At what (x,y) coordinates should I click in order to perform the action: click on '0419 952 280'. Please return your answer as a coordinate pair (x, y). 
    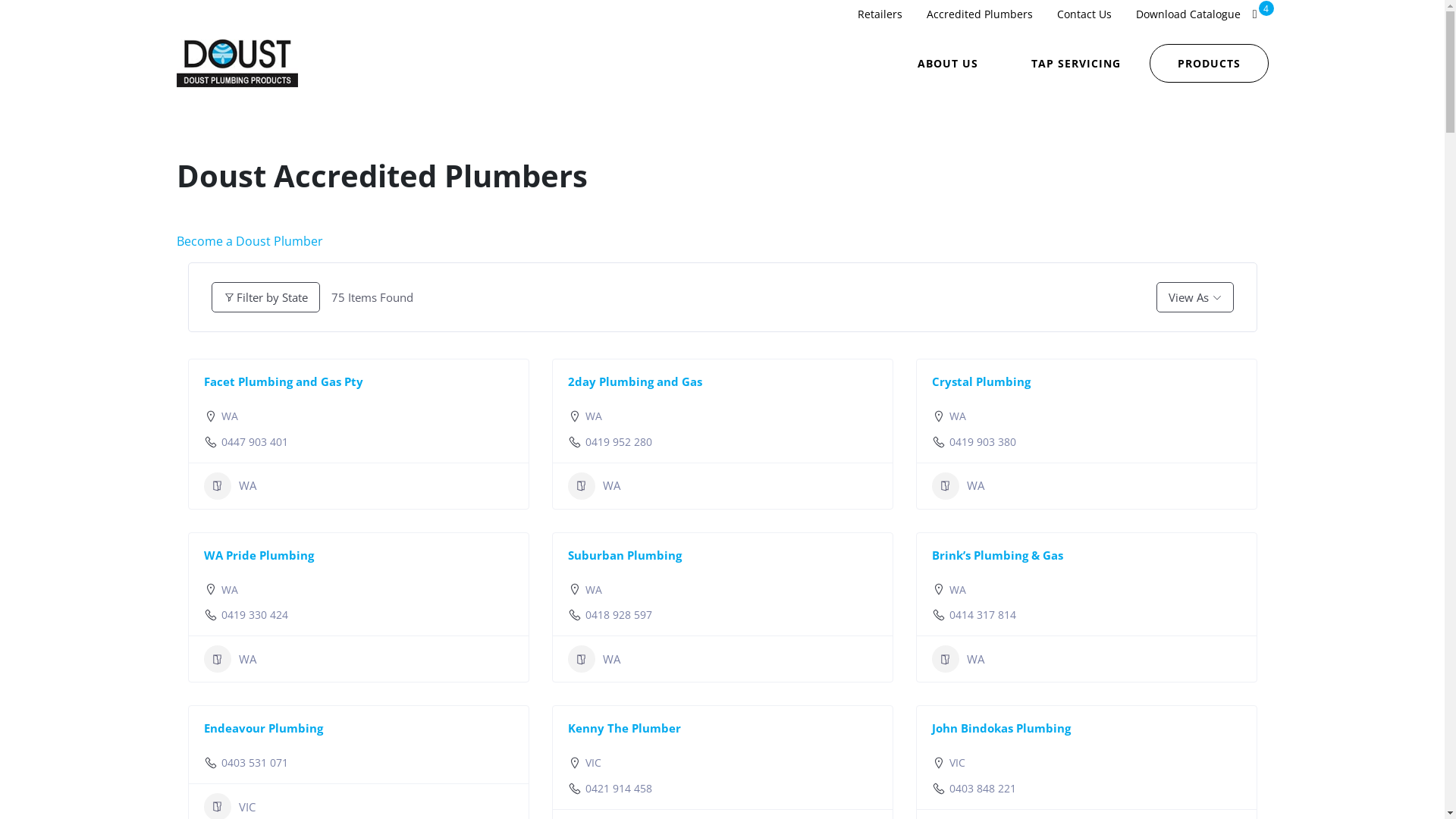
    Looking at the image, I should click on (619, 441).